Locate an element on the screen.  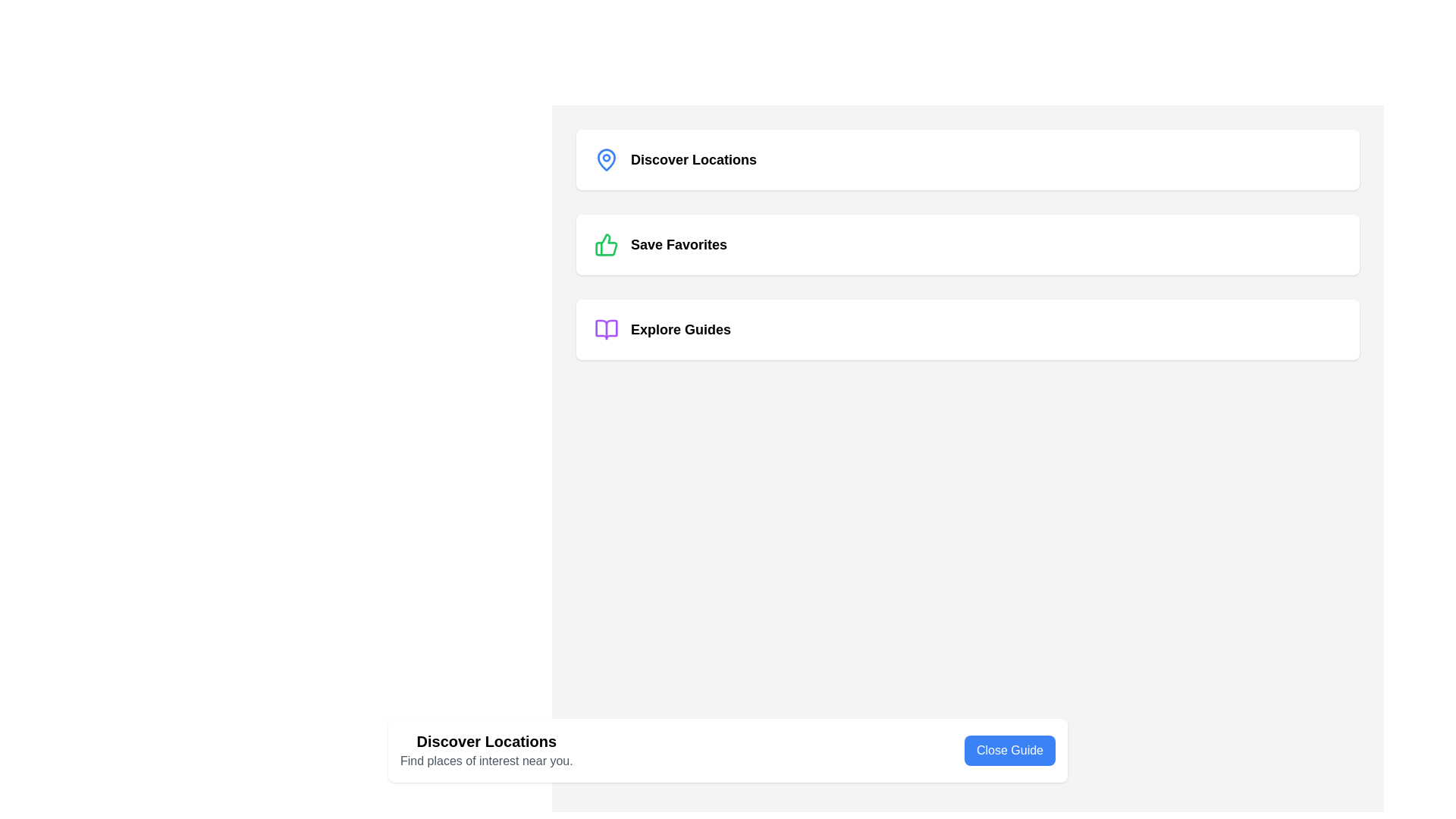
the label that indicates the option to save favorite items or locations, which is the second entry in a vertical list, accompanied by a green thumbs-up icon and the text 'Save Favorites' is located at coordinates (678, 244).